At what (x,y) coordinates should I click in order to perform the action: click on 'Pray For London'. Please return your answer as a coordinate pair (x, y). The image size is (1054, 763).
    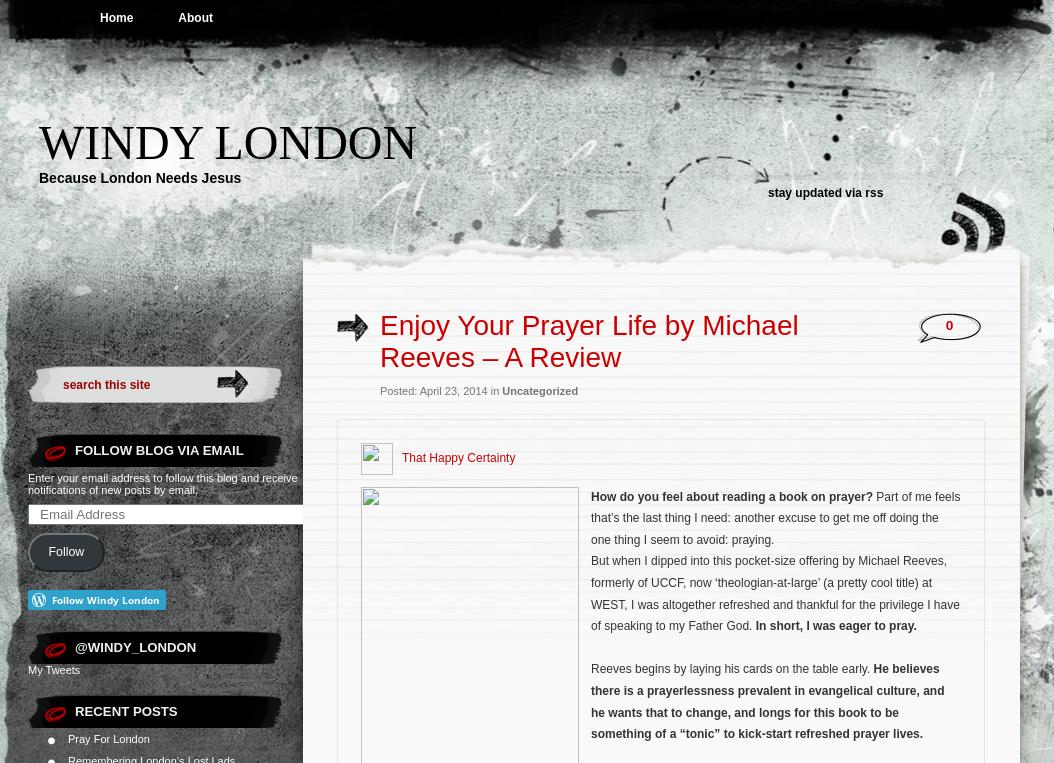
    Looking at the image, I should click on (66, 737).